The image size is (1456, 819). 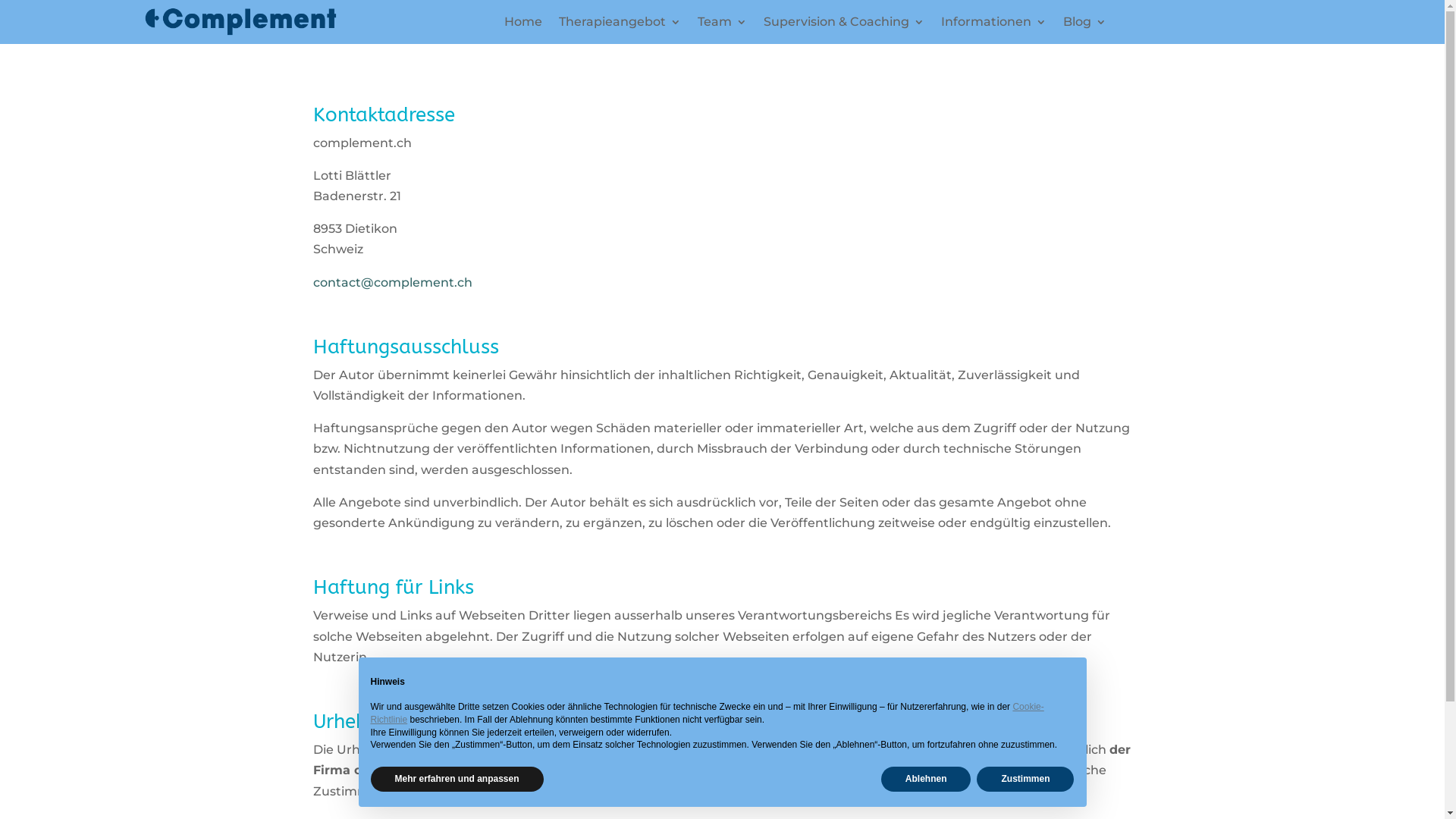 What do you see at coordinates (993, 25) in the screenshot?
I see `'Informationen'` at bounding box center [993, 25].